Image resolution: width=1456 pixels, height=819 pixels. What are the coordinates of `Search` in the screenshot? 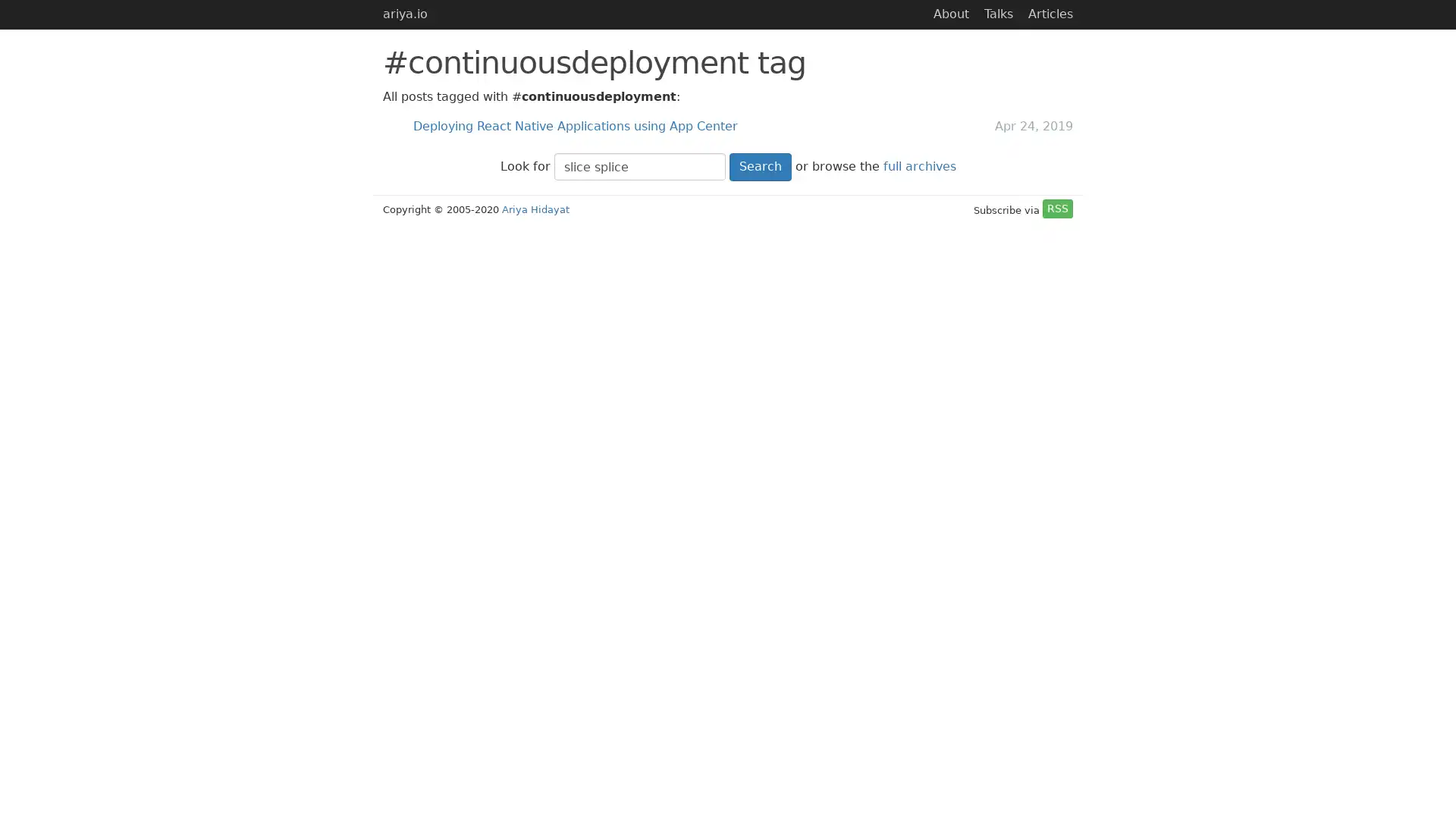 It's located at (760, 166).